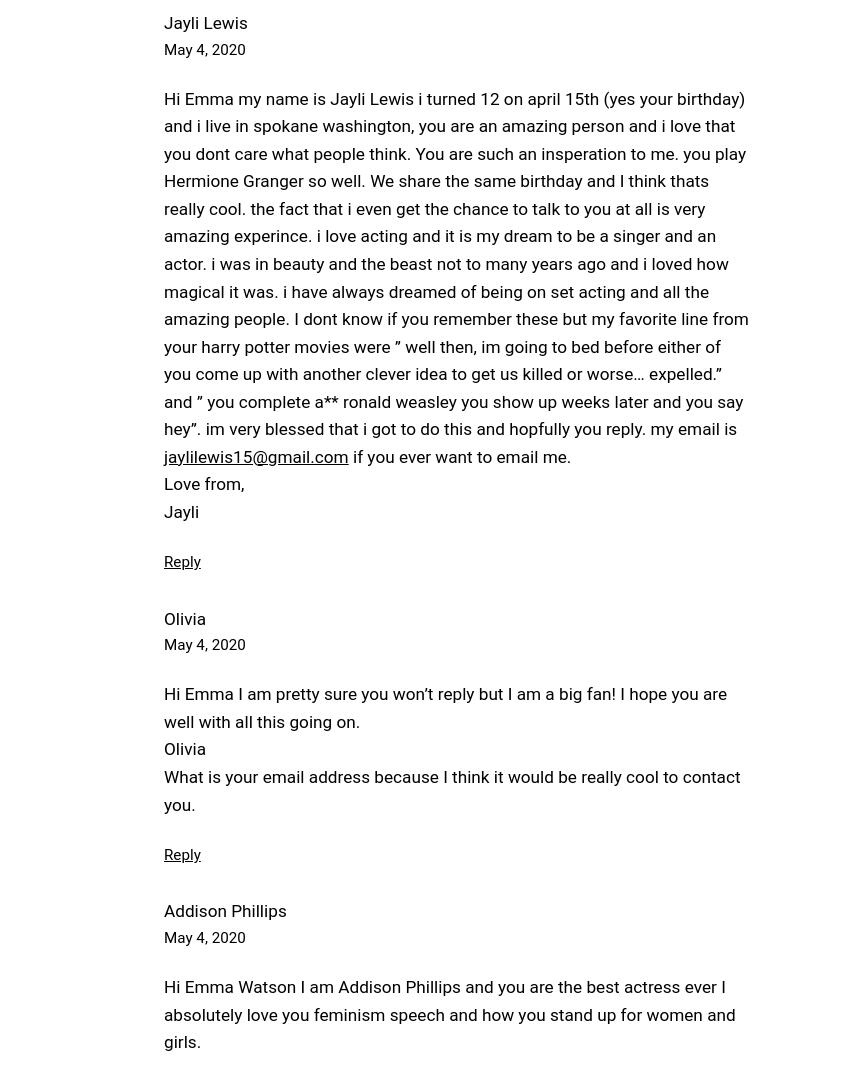 Image resolution: width=850 pixels, height=1074 pixels. Describe the element at coordinates (255, 455) in the screenshot. I see `'jaylilewis15@gmail.com'` at that location.